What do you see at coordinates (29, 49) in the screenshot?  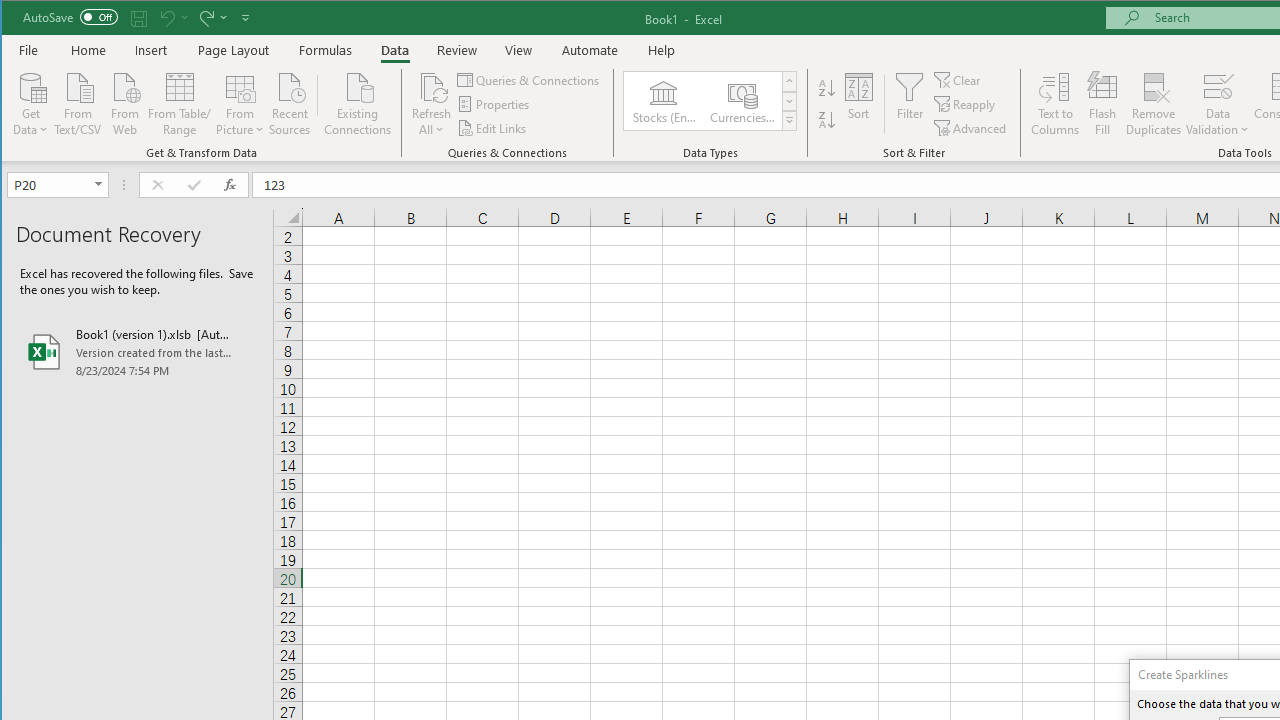 I see `'File Tab'` at bounding box center [29, 49].